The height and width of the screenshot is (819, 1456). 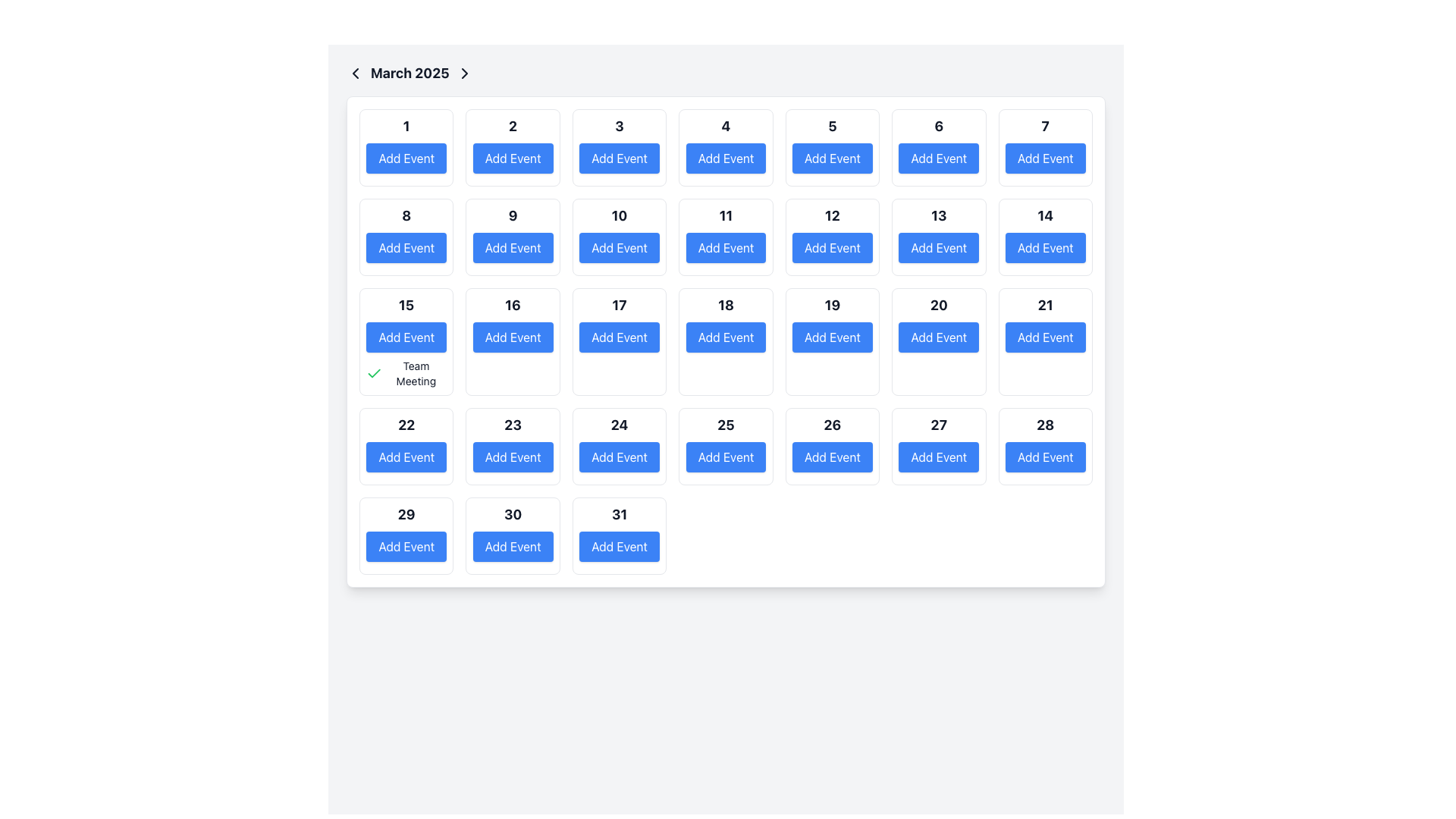 What do you see at coordinates (620, 456) in the screenshot?
I see `the button that allows users to add an event to the date '24' in the calendar layout to observe any hover-specific visual changes` at bounding box center [620, 456].